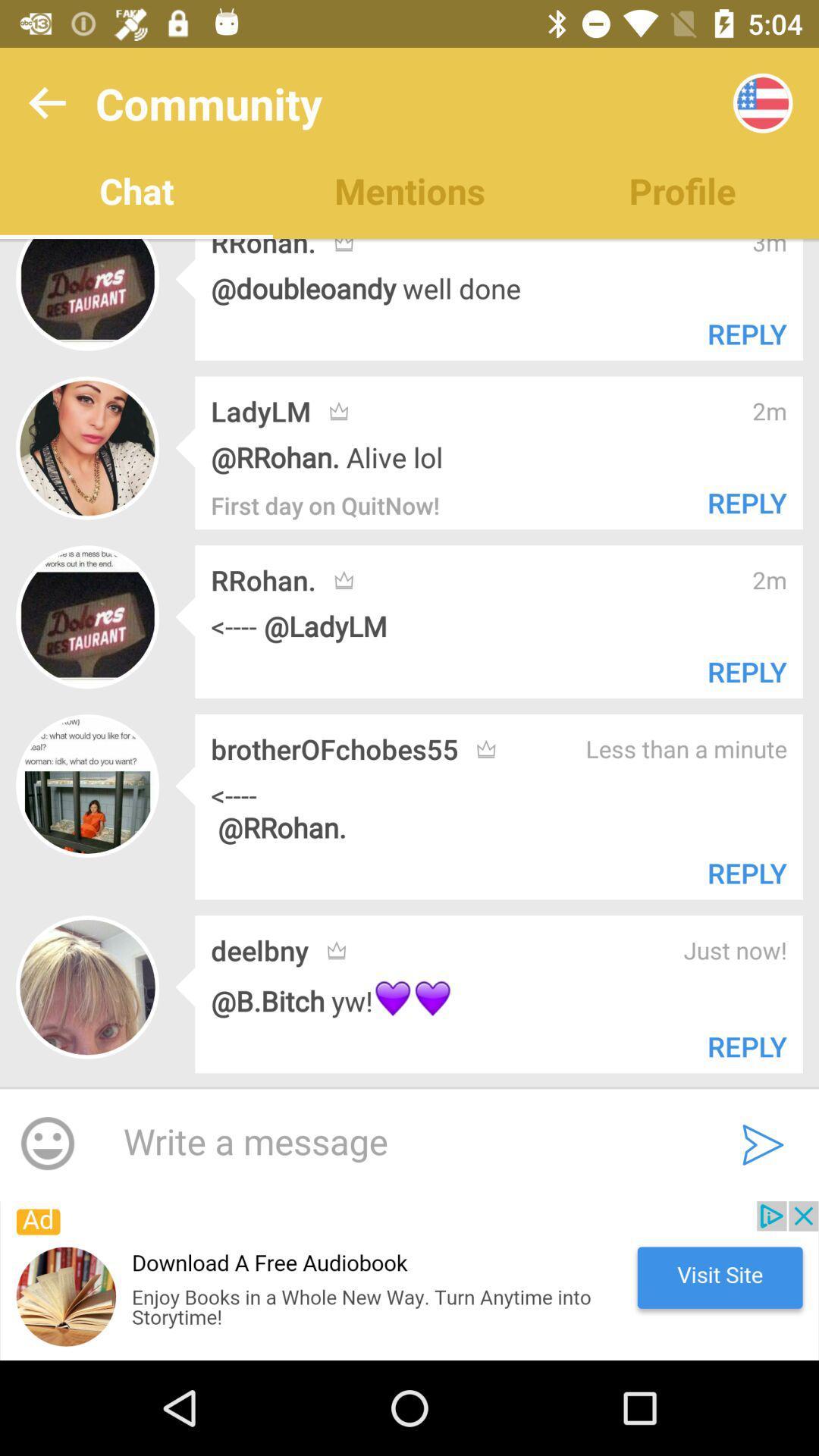 The width and height of the screenshot is (819, 1456). Describe the element at coordinates (739, 671) in the screenshot. I see `text which is beside rrohan` at that location.